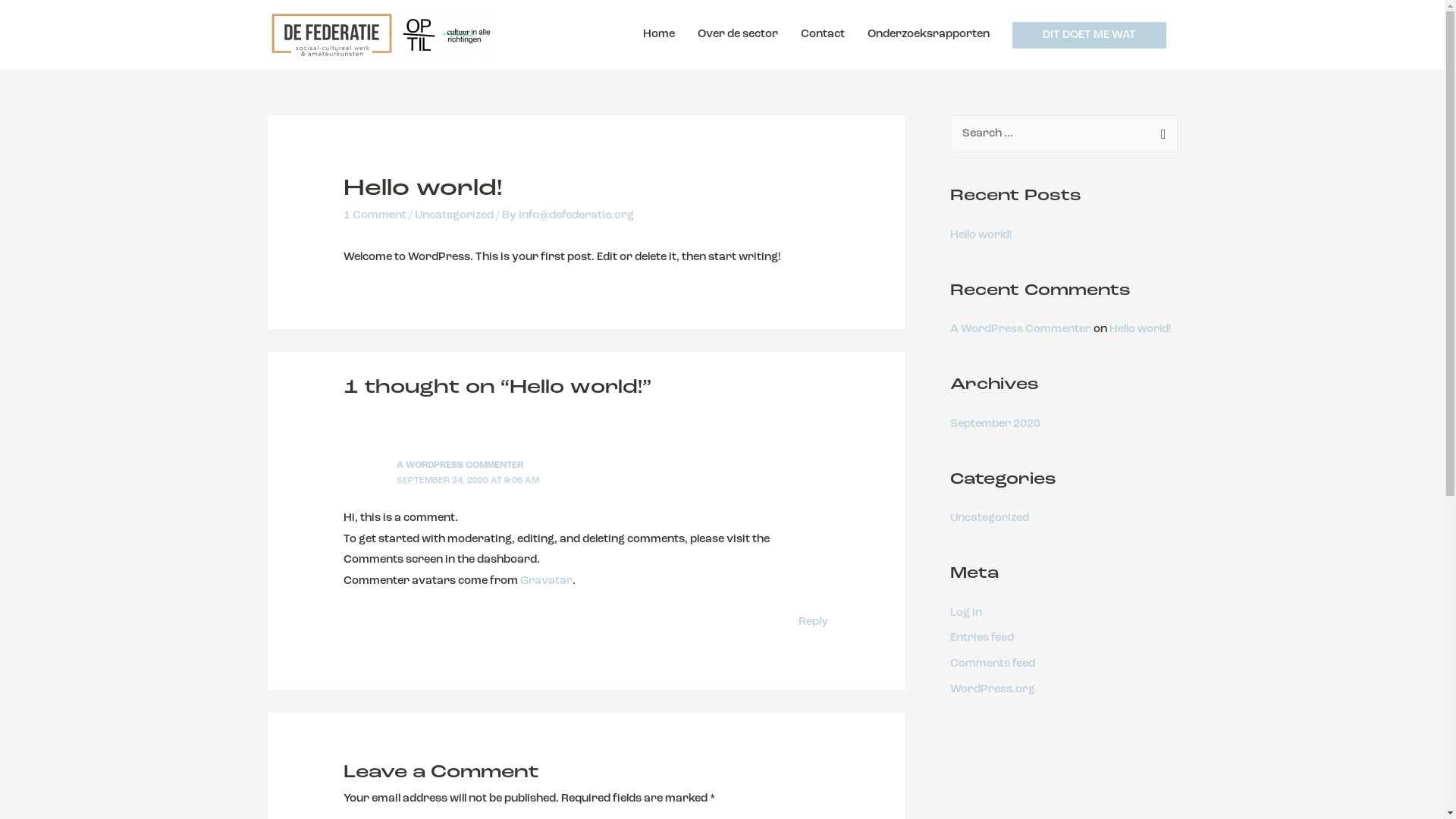 The width and height of the screenshot is (1456, 819). Describe the element at coordinates (949, 234) in the screenshot. I see `'Hello world!'` at that location.